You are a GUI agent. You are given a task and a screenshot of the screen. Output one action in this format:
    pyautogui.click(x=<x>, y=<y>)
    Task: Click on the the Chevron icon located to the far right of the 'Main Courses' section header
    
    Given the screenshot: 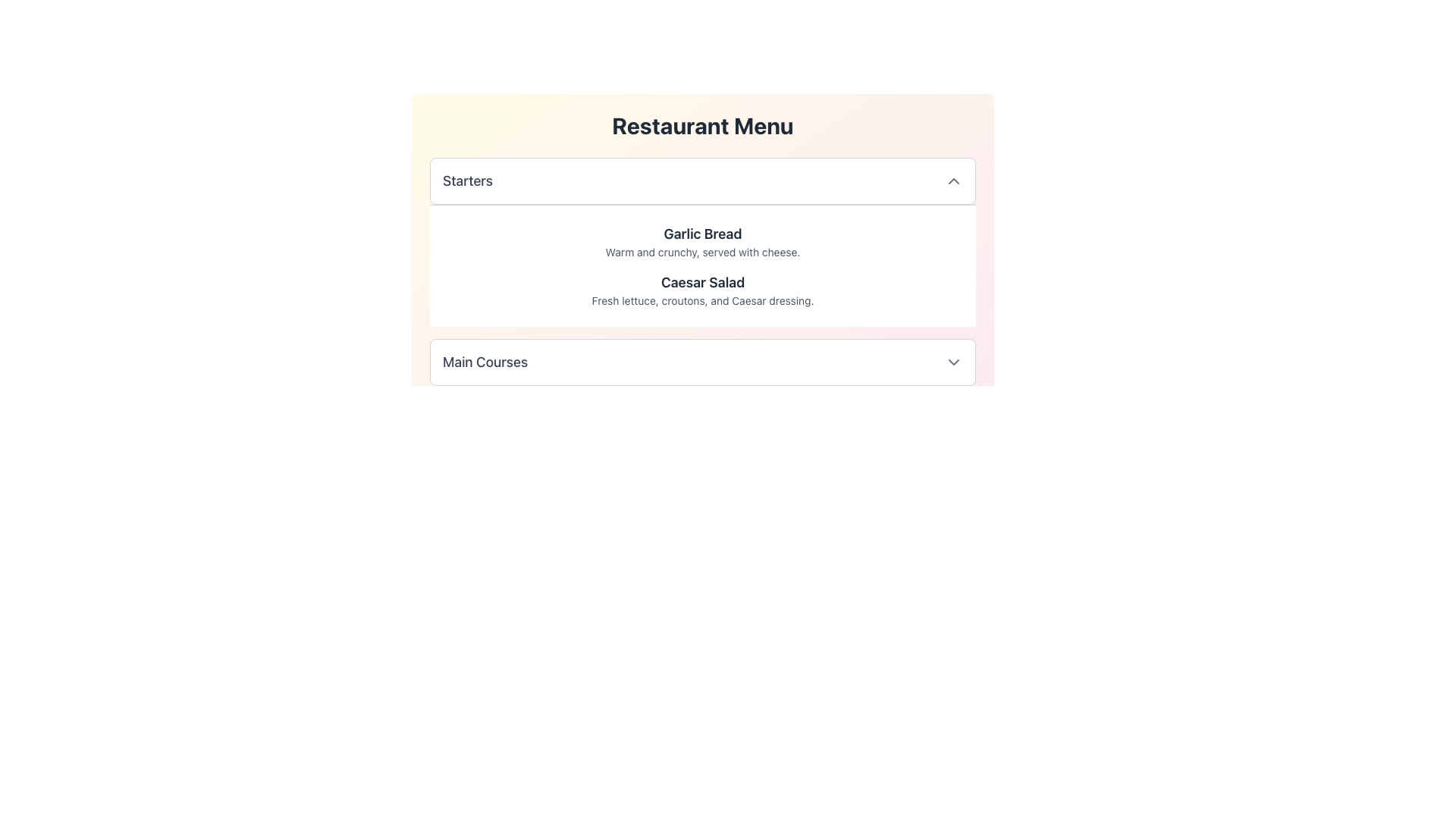 What is the action you would take?
    pyautogui.click(x=952, y=362)
    